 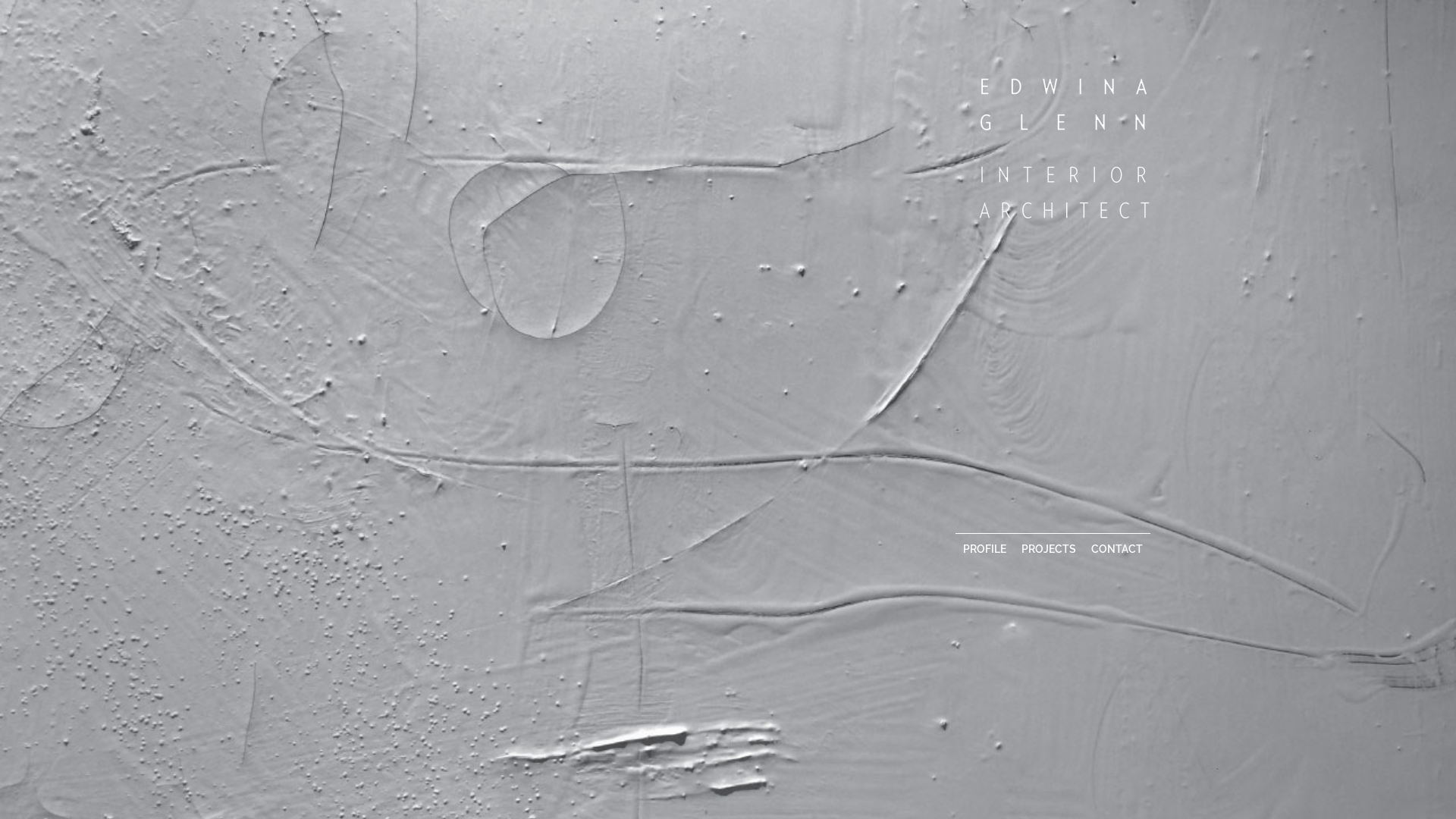 What do you see at coordinates (984, 548) in the screenshot?
I see `'PROFILE'` at bounding box center [984, 548].